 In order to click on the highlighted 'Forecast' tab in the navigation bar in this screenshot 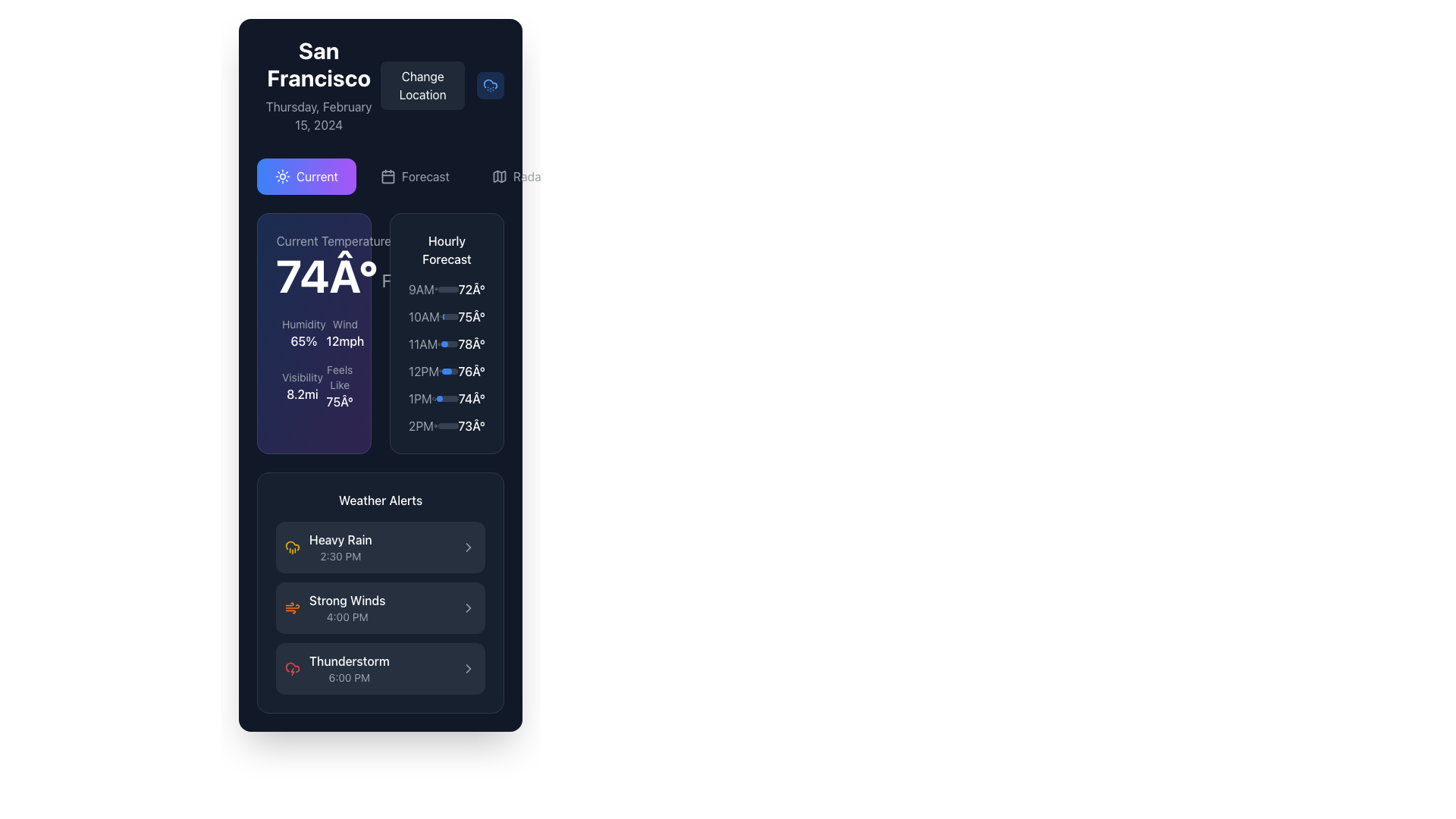, I will do `click(381, 175)`.